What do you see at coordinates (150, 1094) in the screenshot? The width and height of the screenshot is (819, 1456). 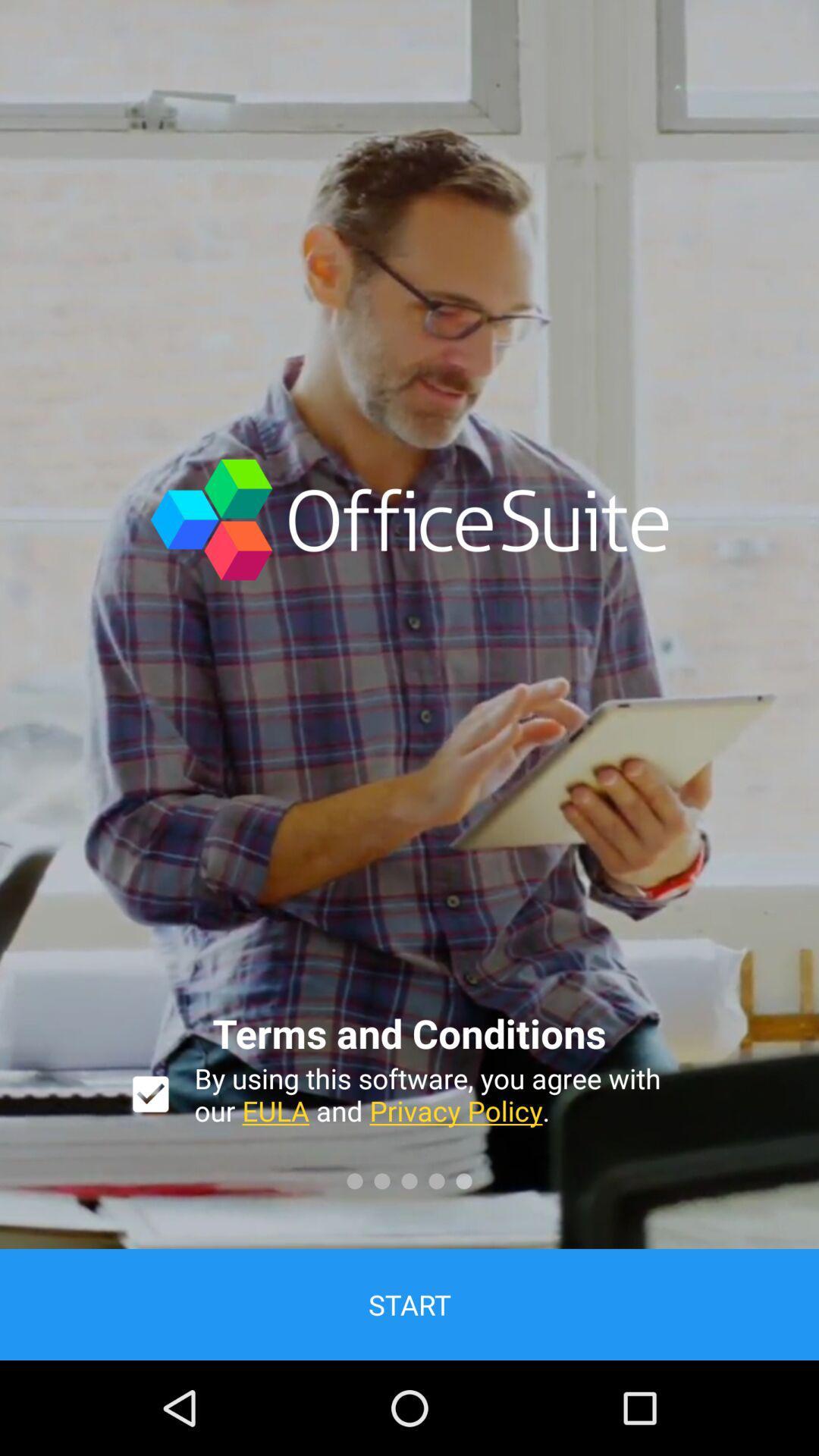 I see `agree with eula` at bounding box center [150, 1094].